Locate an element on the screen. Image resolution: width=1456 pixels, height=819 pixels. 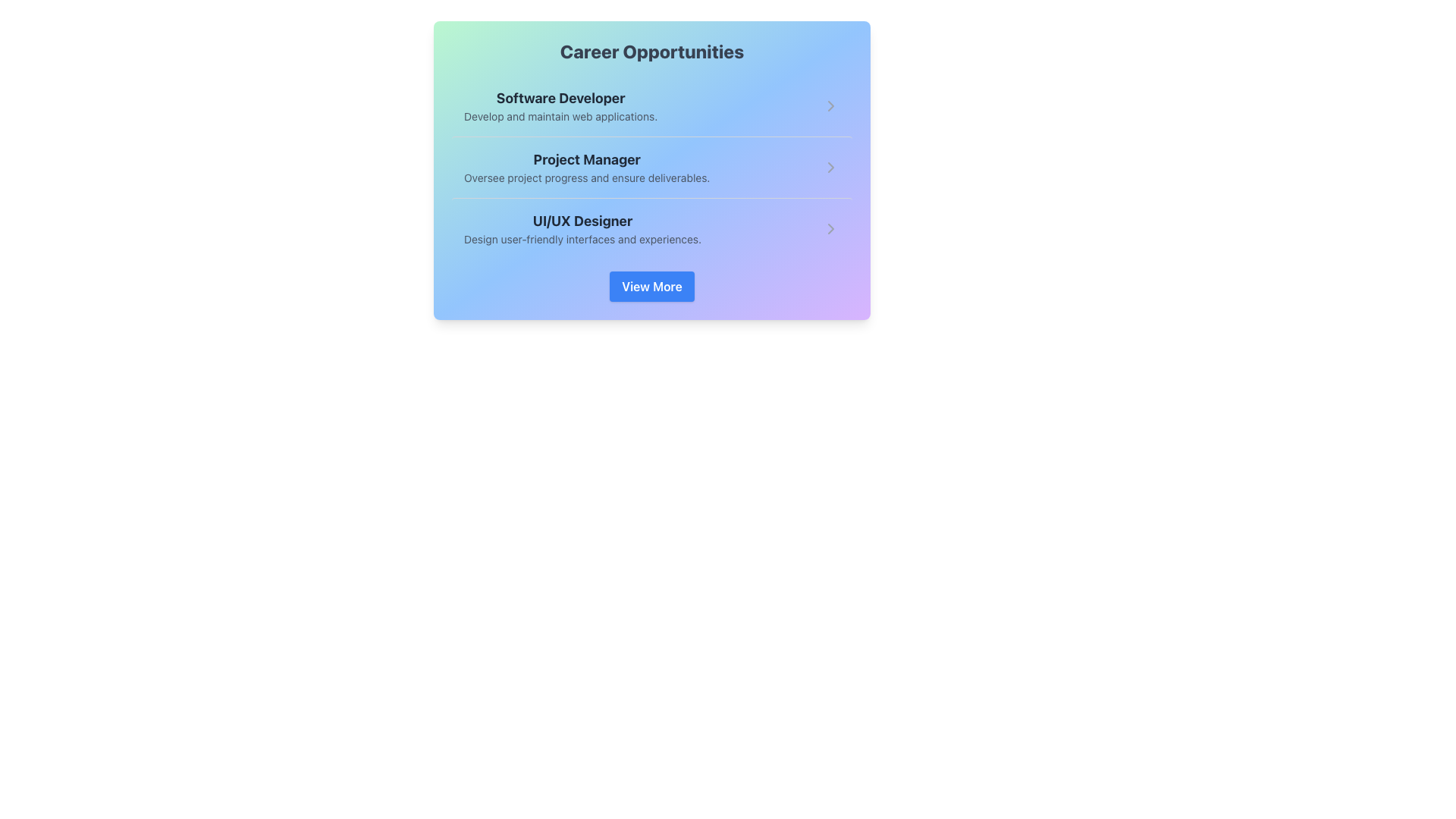
the second list item labeled 'Project Manager' is located at coordinates (651, 167).